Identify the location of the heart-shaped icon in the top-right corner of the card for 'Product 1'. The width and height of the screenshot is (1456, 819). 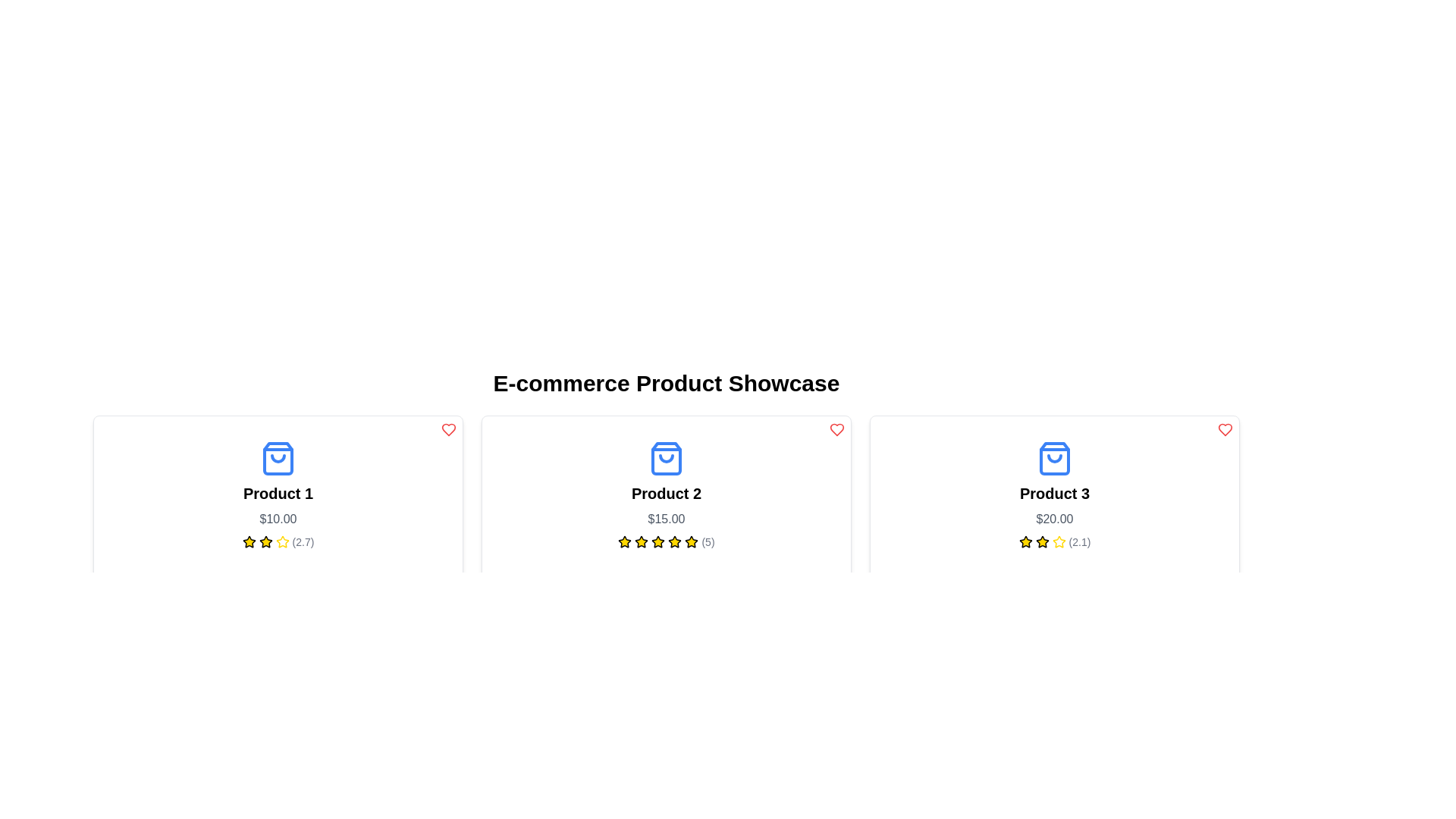
(836, 430).